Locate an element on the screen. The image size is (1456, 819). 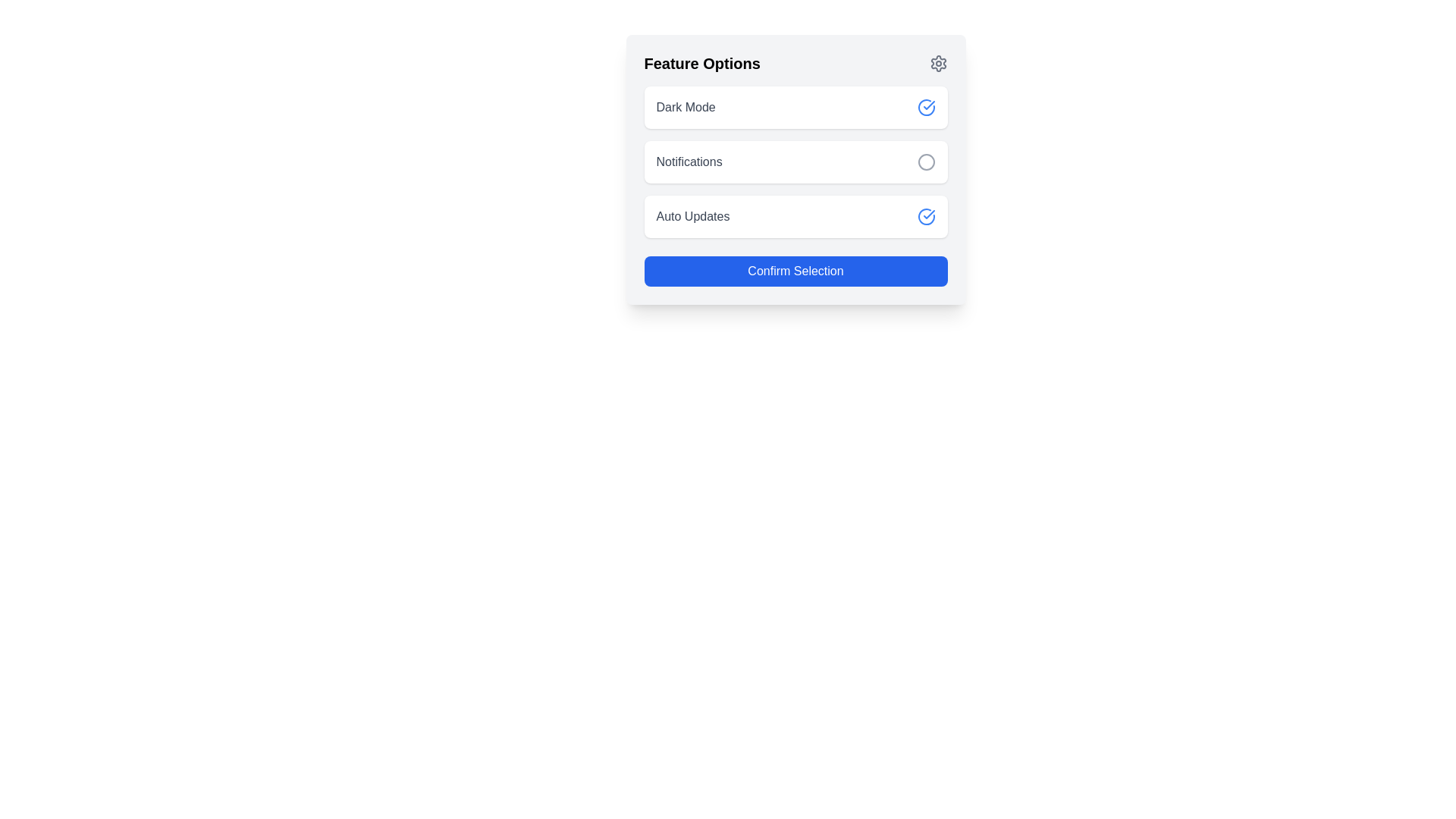
the 'Notifications' option box with a hollow gray circular indicator is located at coordinates (795, 162).